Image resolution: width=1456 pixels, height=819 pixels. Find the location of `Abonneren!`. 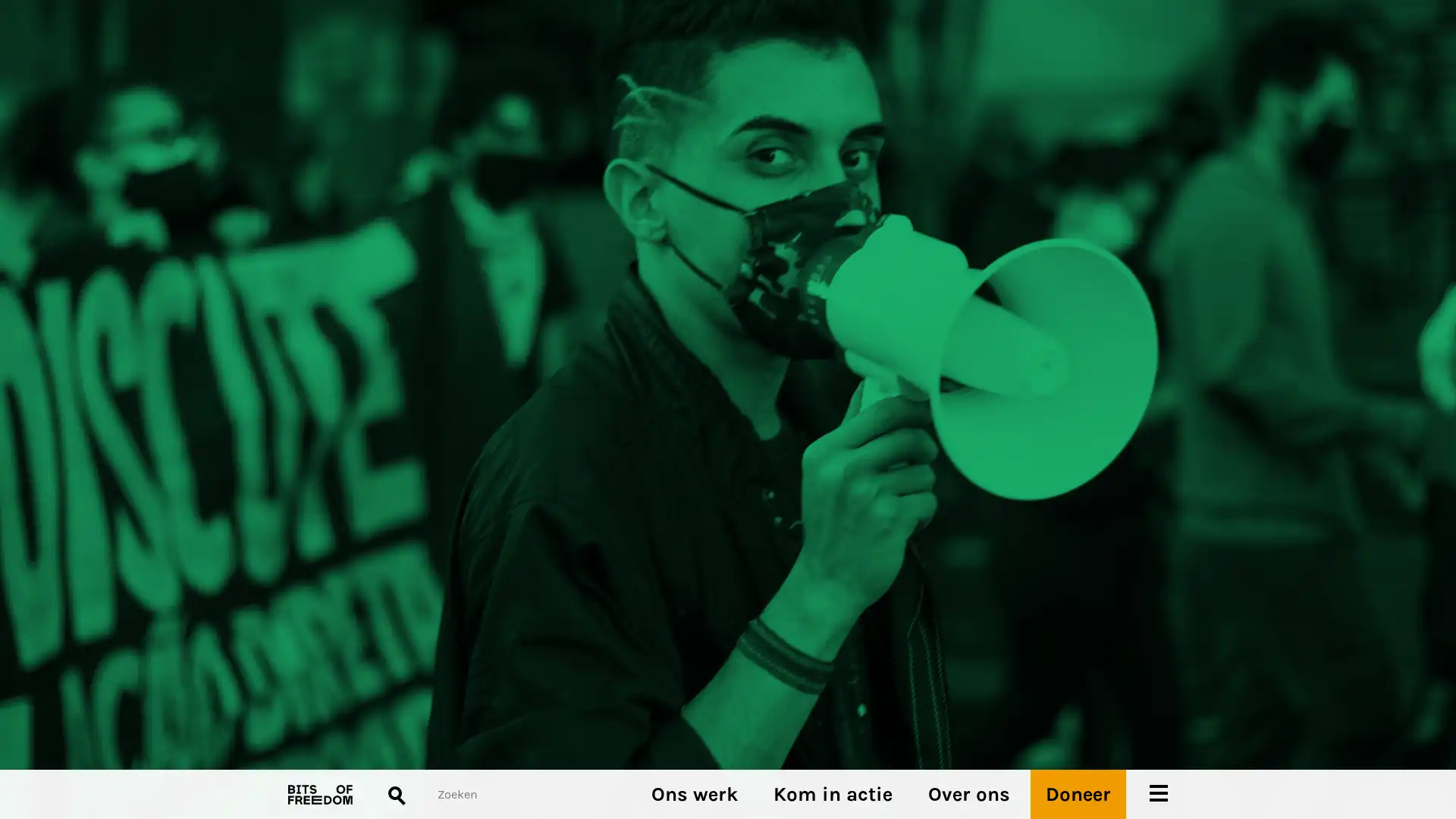

Abonneren! is located at coordinates (315, 450).